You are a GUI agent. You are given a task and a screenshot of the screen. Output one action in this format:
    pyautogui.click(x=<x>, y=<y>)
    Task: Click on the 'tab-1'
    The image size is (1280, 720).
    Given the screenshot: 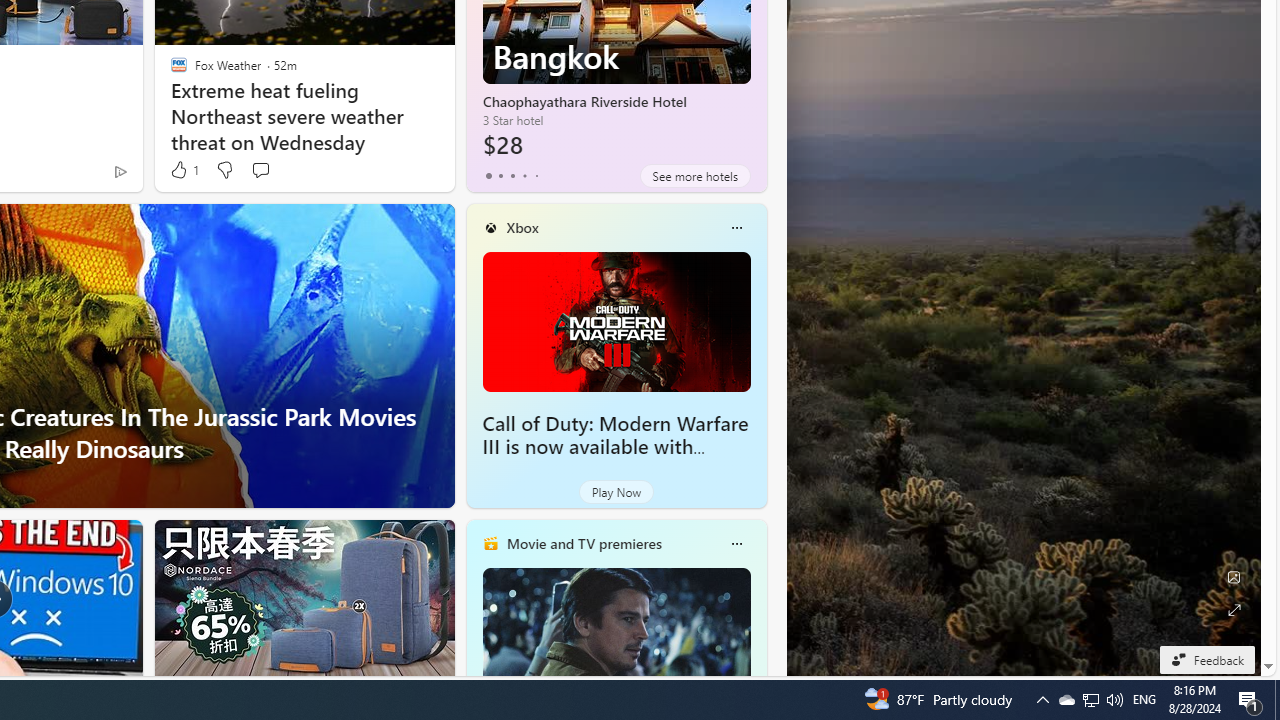 What is the action you would take?
    pyautogui.click(x=500, y=175)
    